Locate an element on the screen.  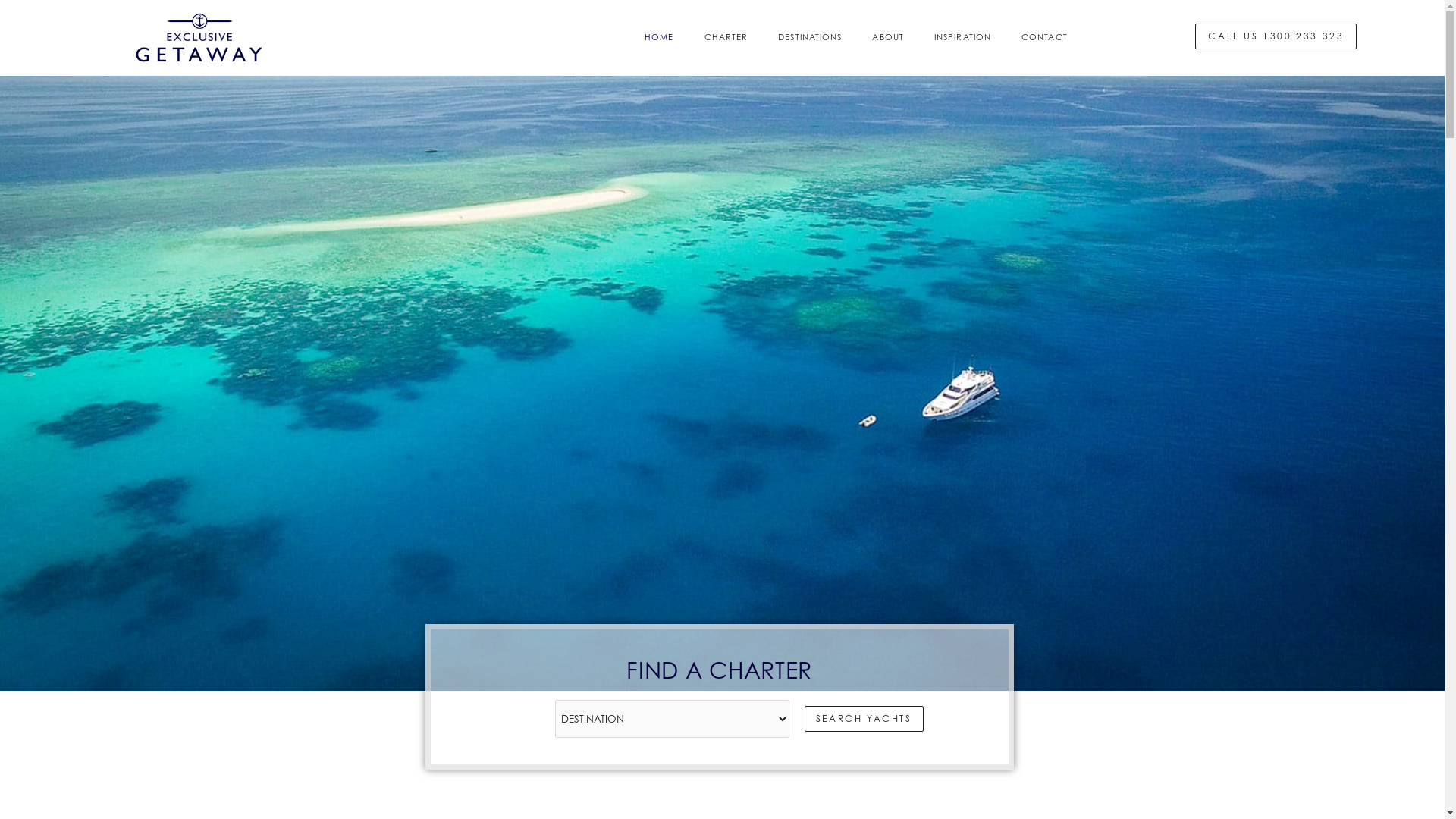
'DESTINATIONS' is located at coordinates (808, 62).